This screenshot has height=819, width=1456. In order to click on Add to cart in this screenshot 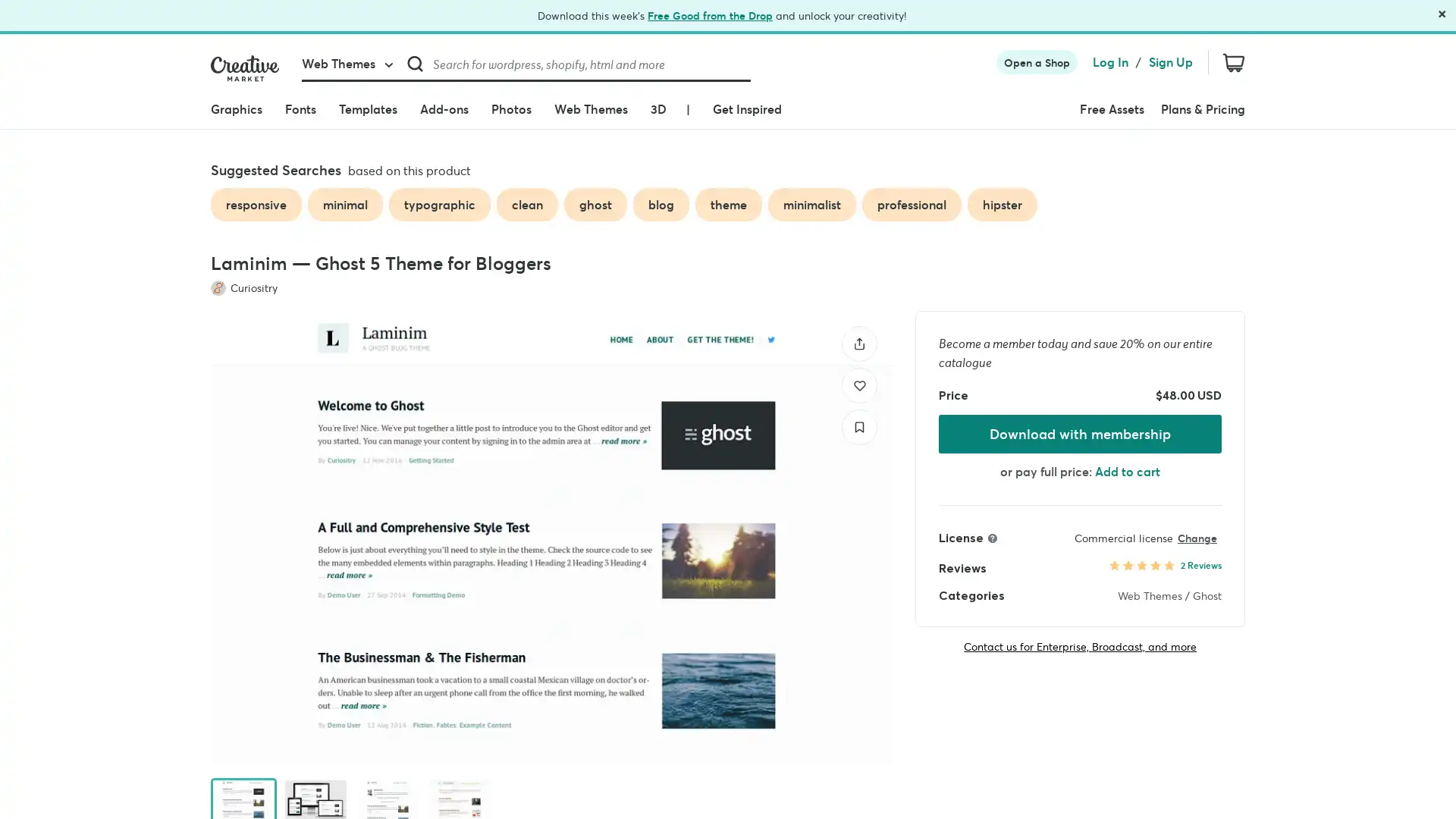, I will do `click(1128, 470)`.